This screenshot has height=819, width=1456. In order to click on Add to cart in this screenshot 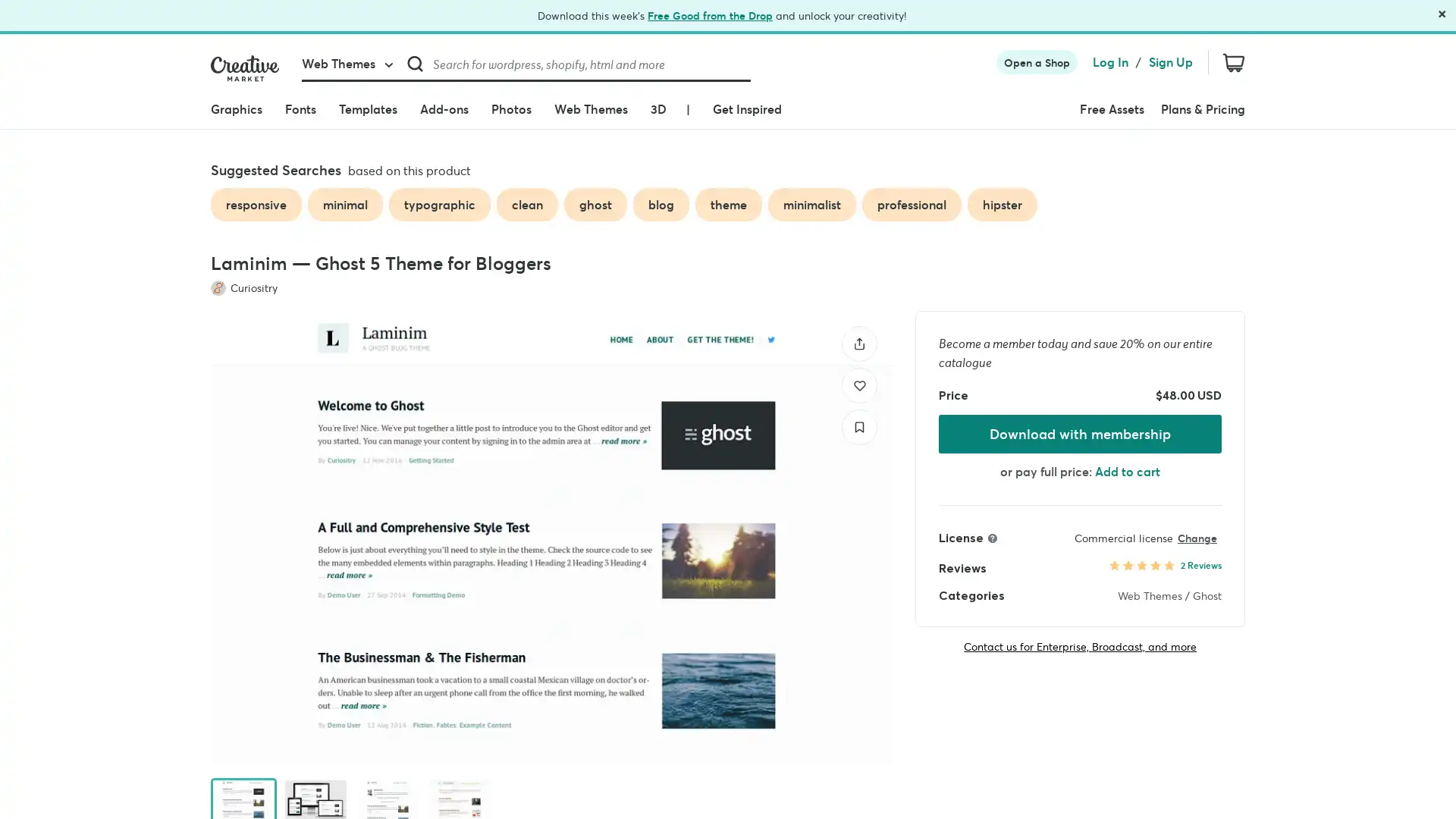, I will do `click(1128, 470)`.